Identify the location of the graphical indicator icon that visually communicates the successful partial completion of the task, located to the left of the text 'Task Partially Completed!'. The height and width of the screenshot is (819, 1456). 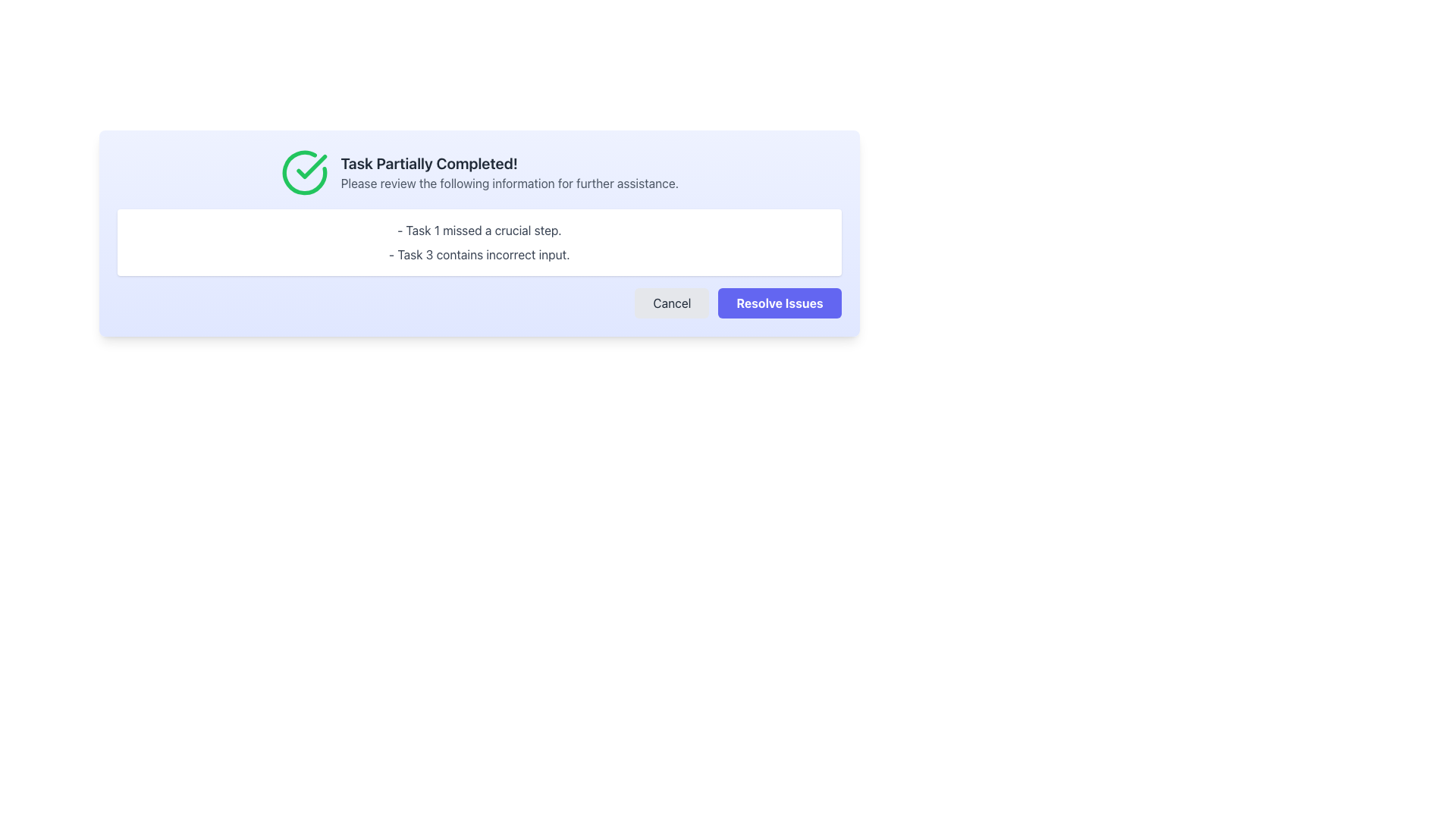
(303, 171).